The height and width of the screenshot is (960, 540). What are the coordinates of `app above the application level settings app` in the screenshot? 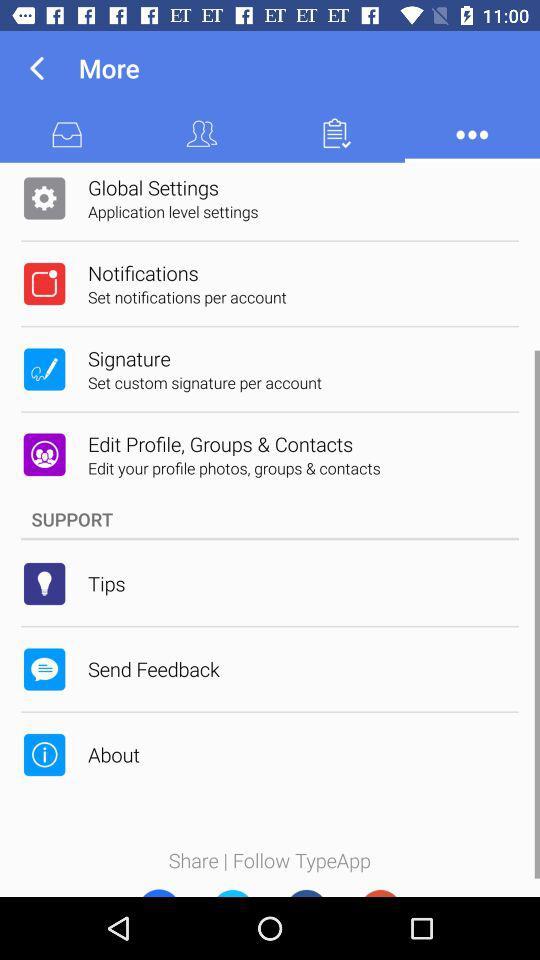 It's located at (152, 187).